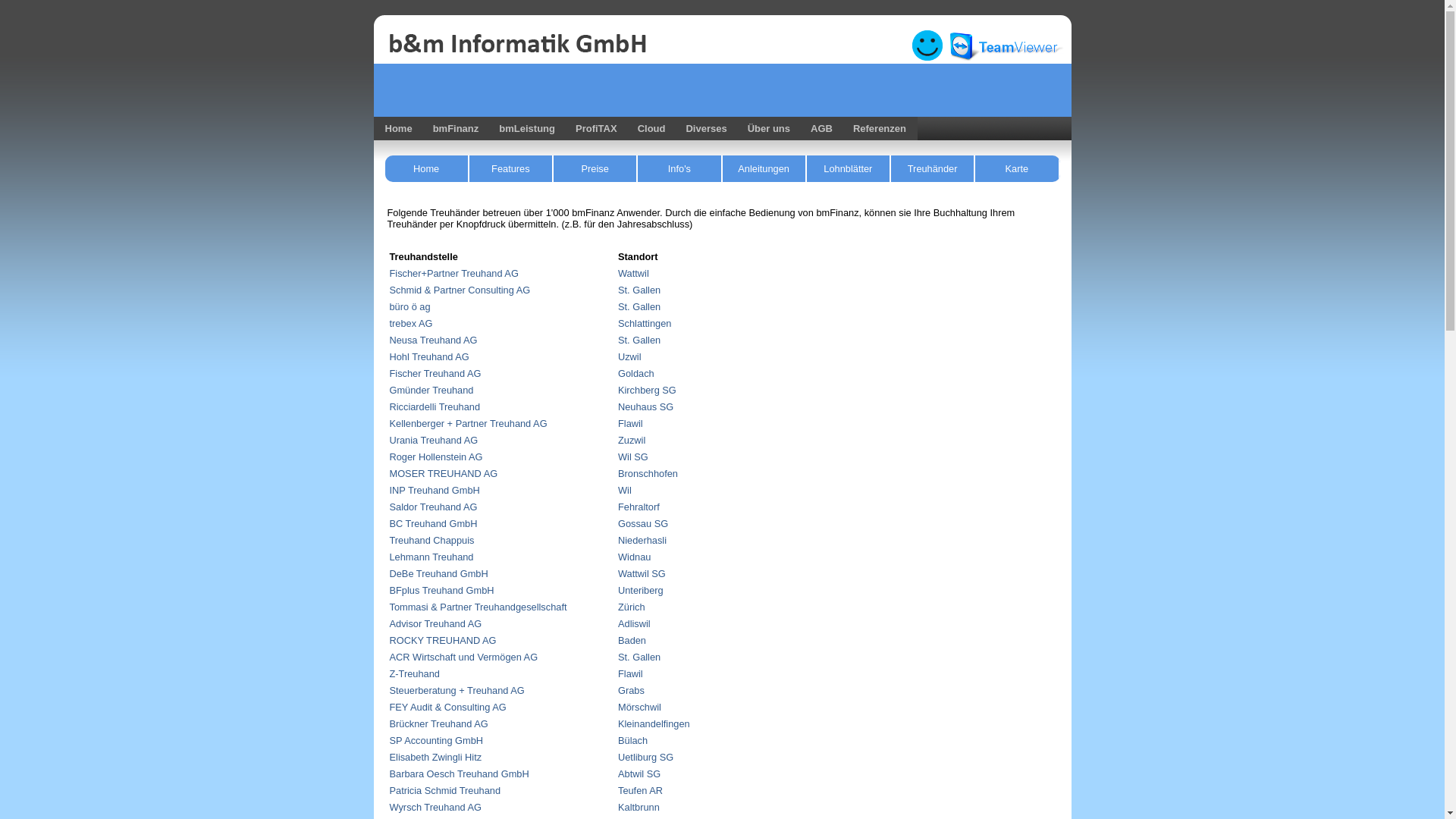 The image size is (1456, 819). Describe the element at coordinates (431, 557) in the screenshot. I see `'Lehmann Treuhand'` at that location.